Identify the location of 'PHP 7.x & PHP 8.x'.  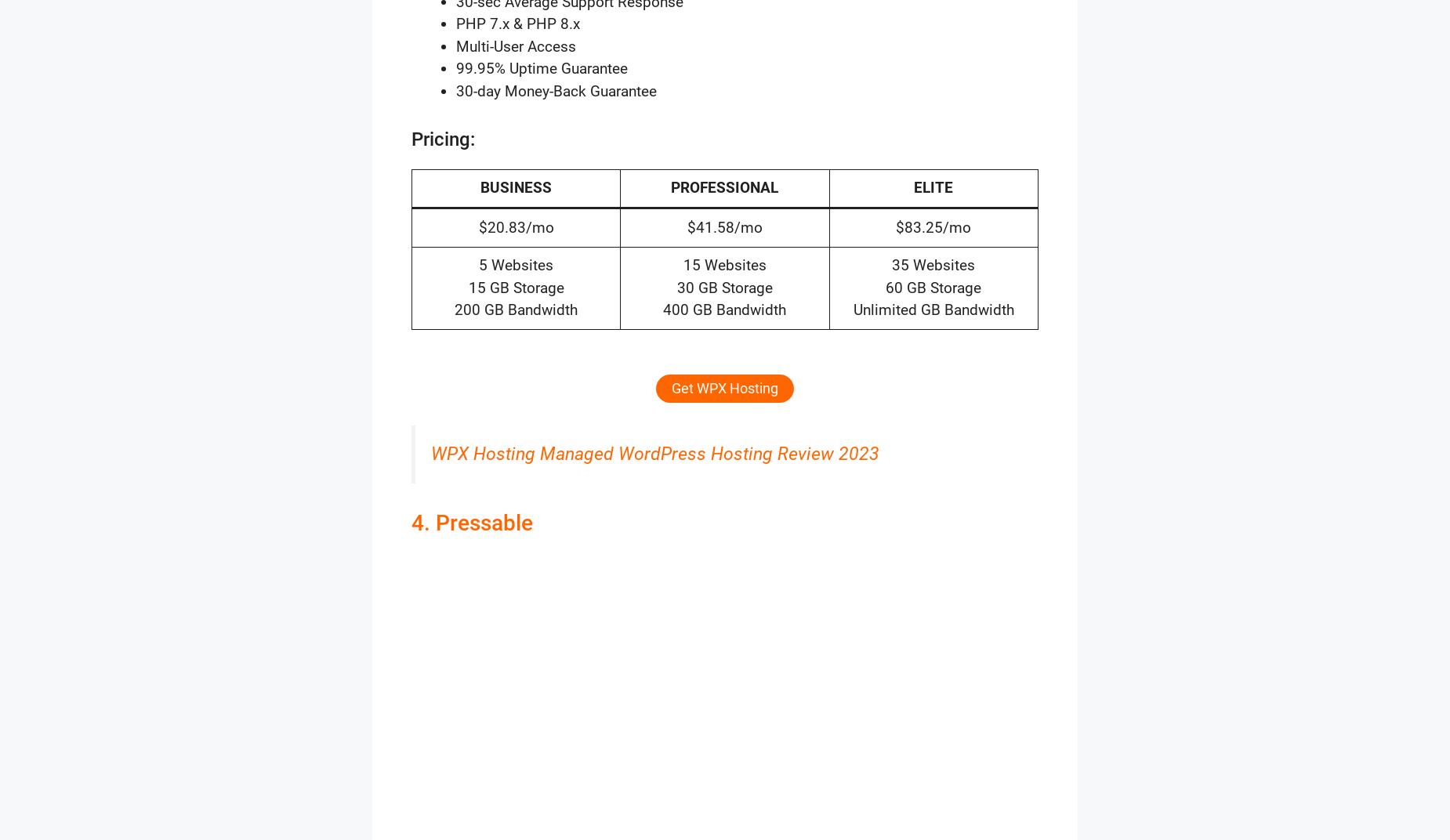
(456, 23).